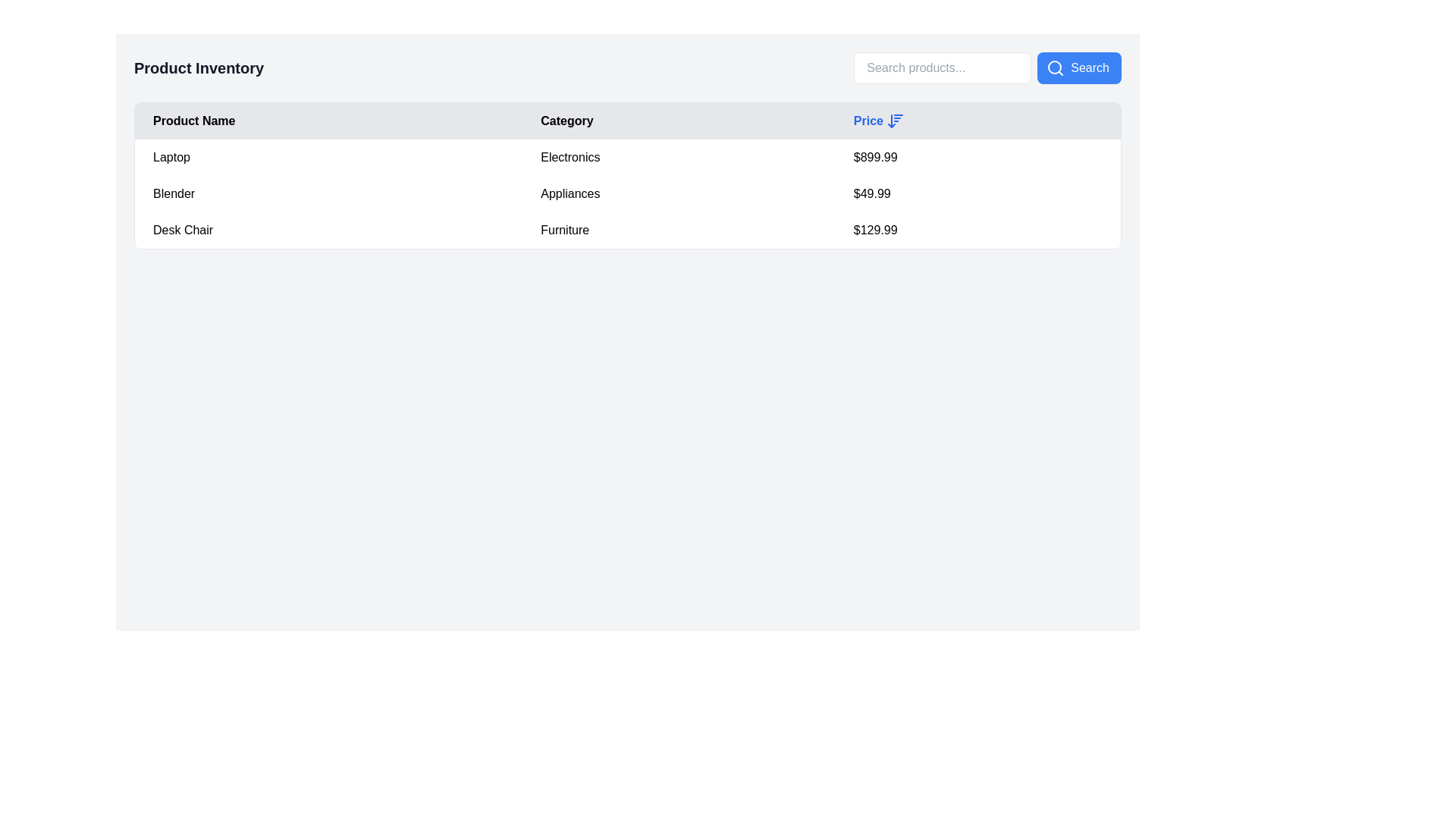 The width and height of the screenshot is (1456, 819). Describe the element at coordinates (895, 120) in the screenshot. I see `the sorting icon located to the right of the 'Price' text in the column header to change the sorting order for the prices shown in the table below` at that location.